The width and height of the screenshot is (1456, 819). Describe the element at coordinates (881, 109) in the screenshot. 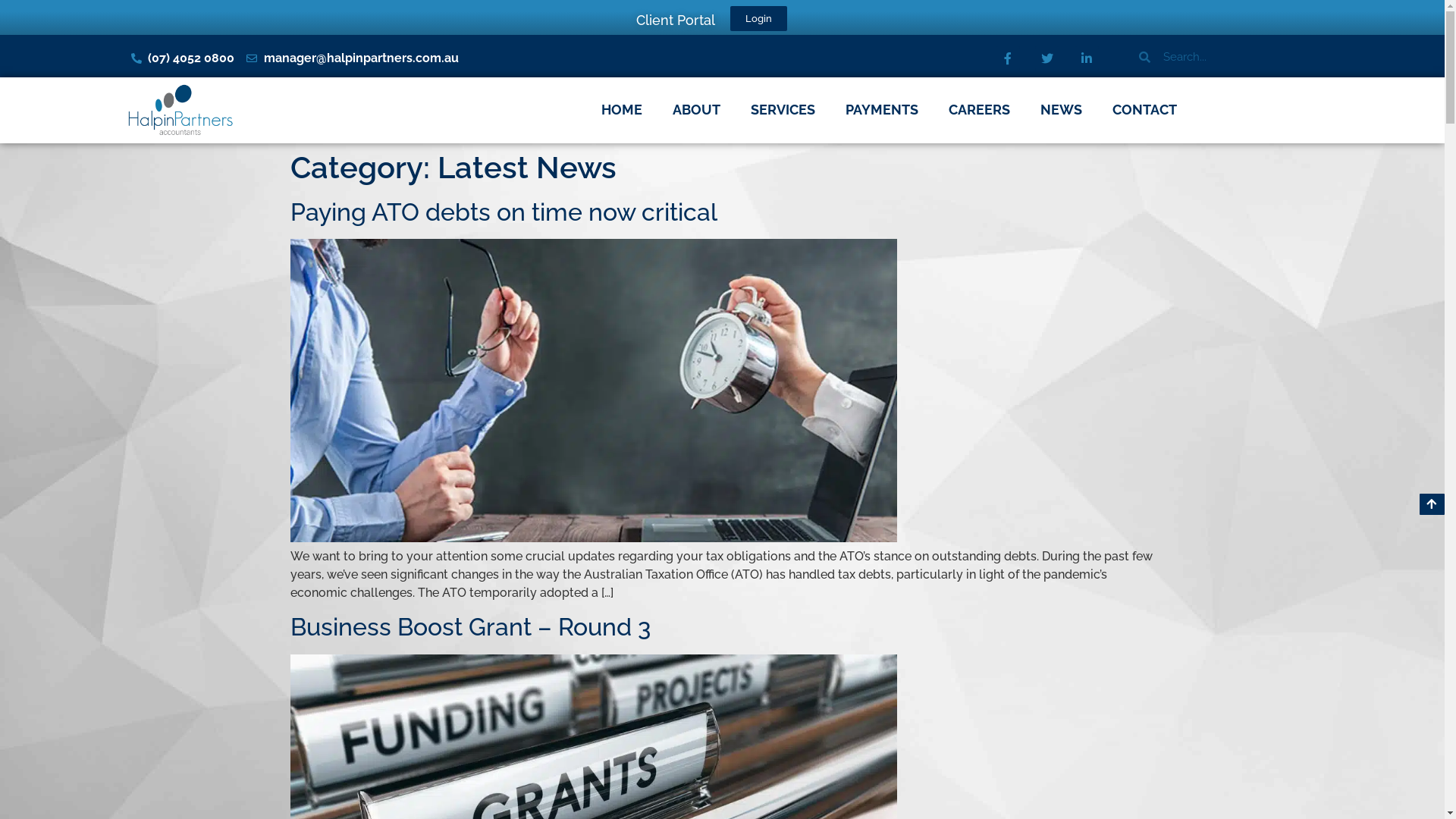

I see `'PAYMENTS'` at that location.